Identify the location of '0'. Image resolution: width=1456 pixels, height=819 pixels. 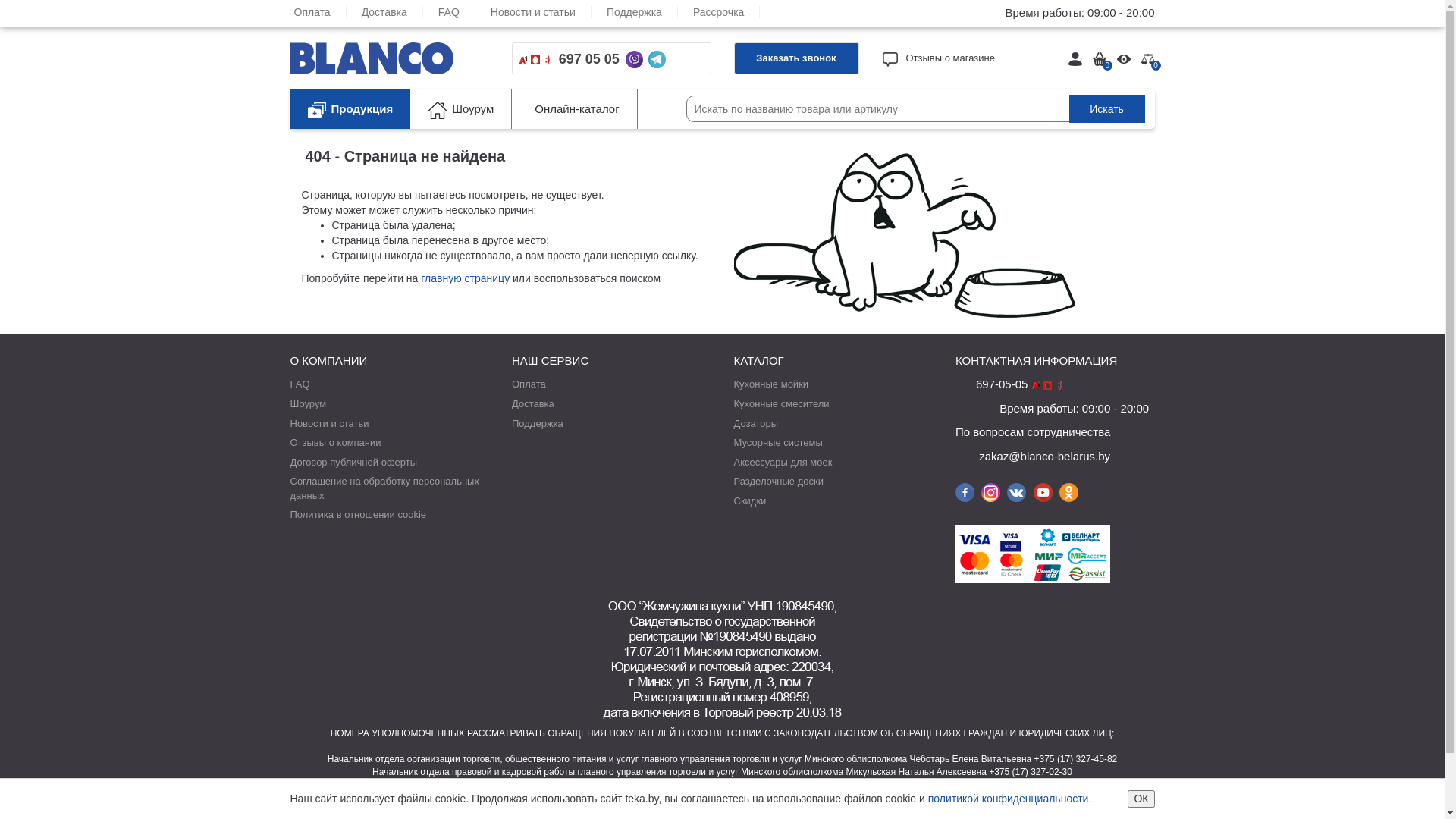
(1147, 58).